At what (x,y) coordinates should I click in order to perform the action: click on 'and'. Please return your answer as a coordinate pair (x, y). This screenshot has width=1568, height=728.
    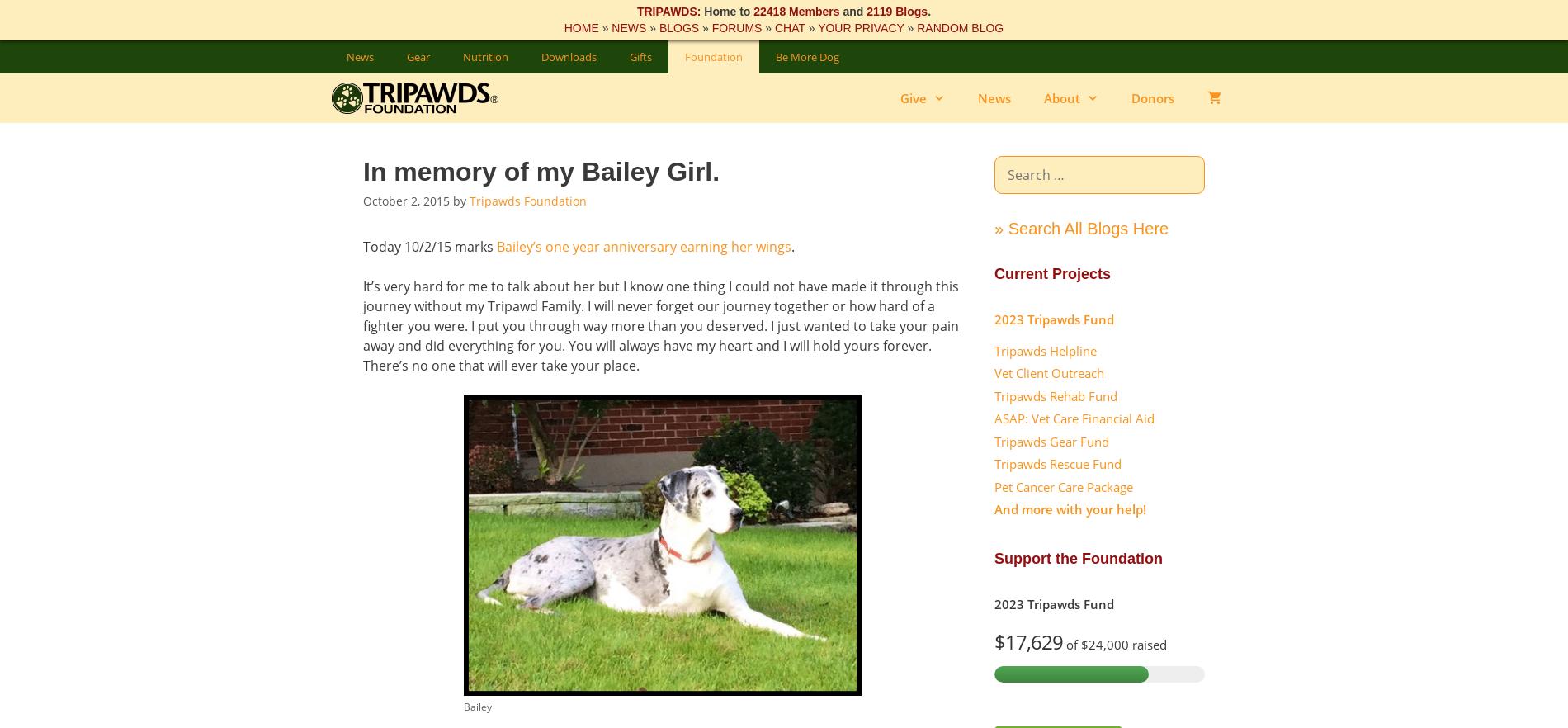
    Looking at the image, I should click on (839, 12).